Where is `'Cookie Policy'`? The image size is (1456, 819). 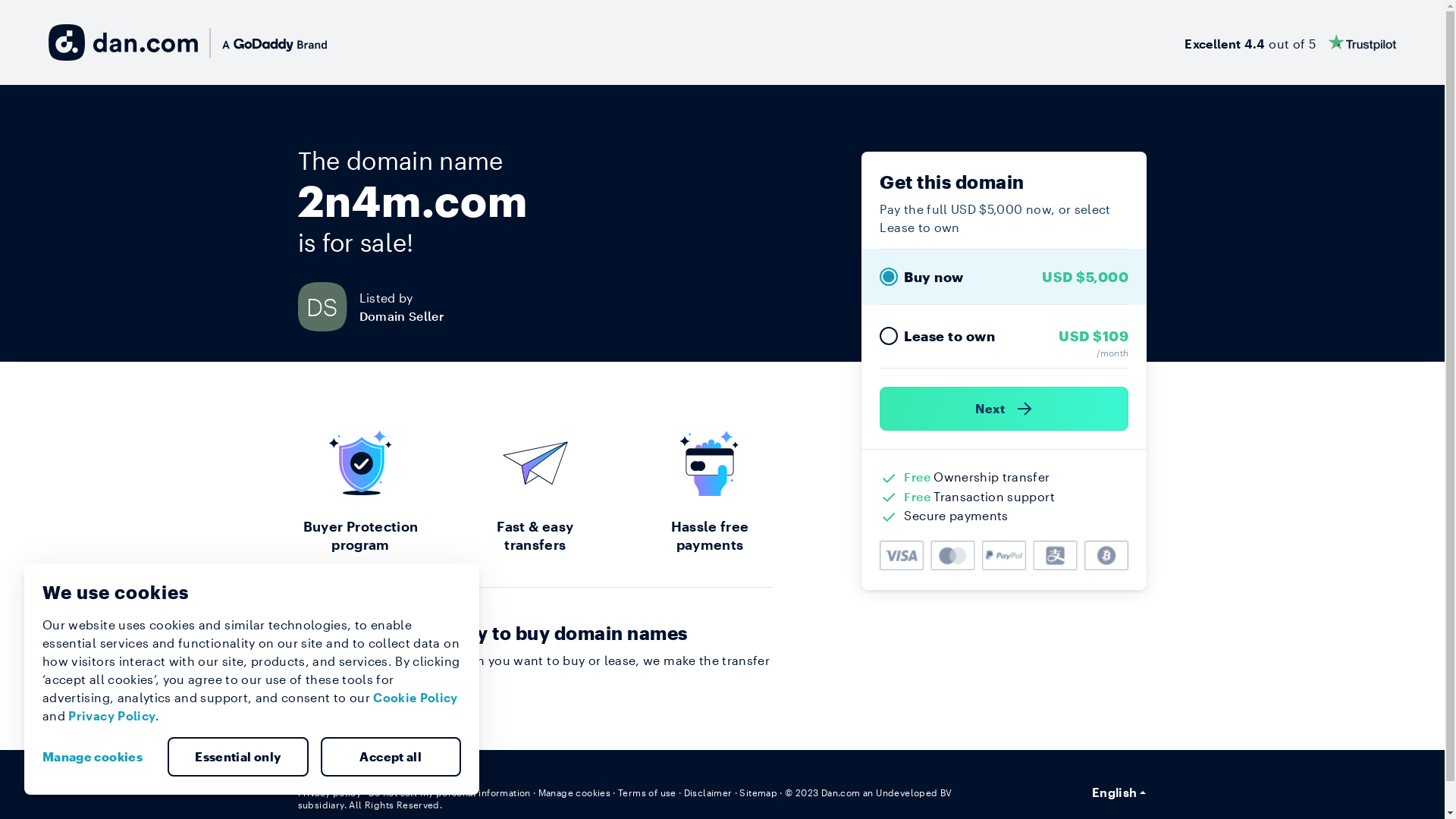 'Cookie Policy' is located at coordinates (415, 697).